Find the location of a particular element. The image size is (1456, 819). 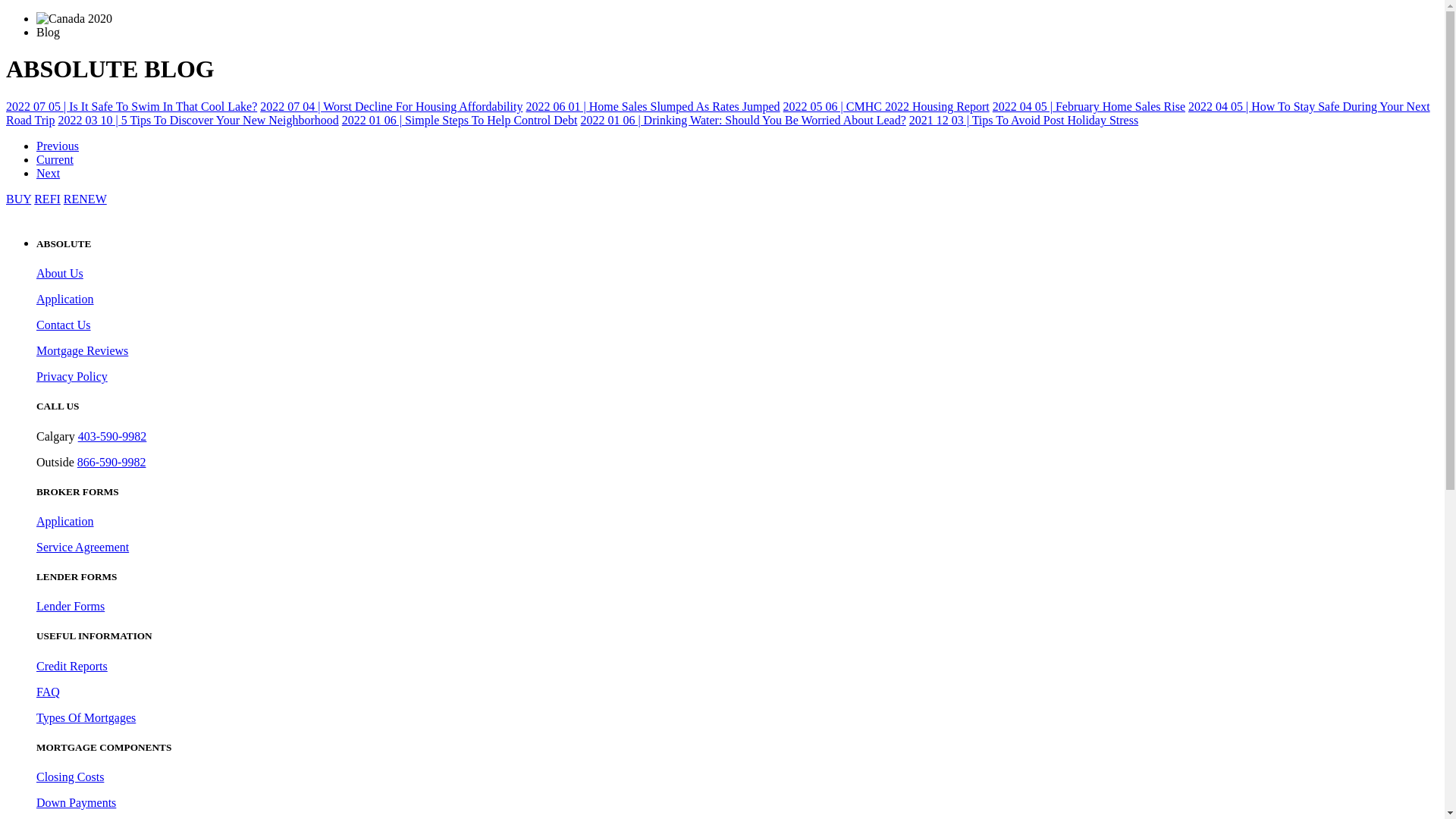

'Privacy Policy' is located at coordinates (71, 375).